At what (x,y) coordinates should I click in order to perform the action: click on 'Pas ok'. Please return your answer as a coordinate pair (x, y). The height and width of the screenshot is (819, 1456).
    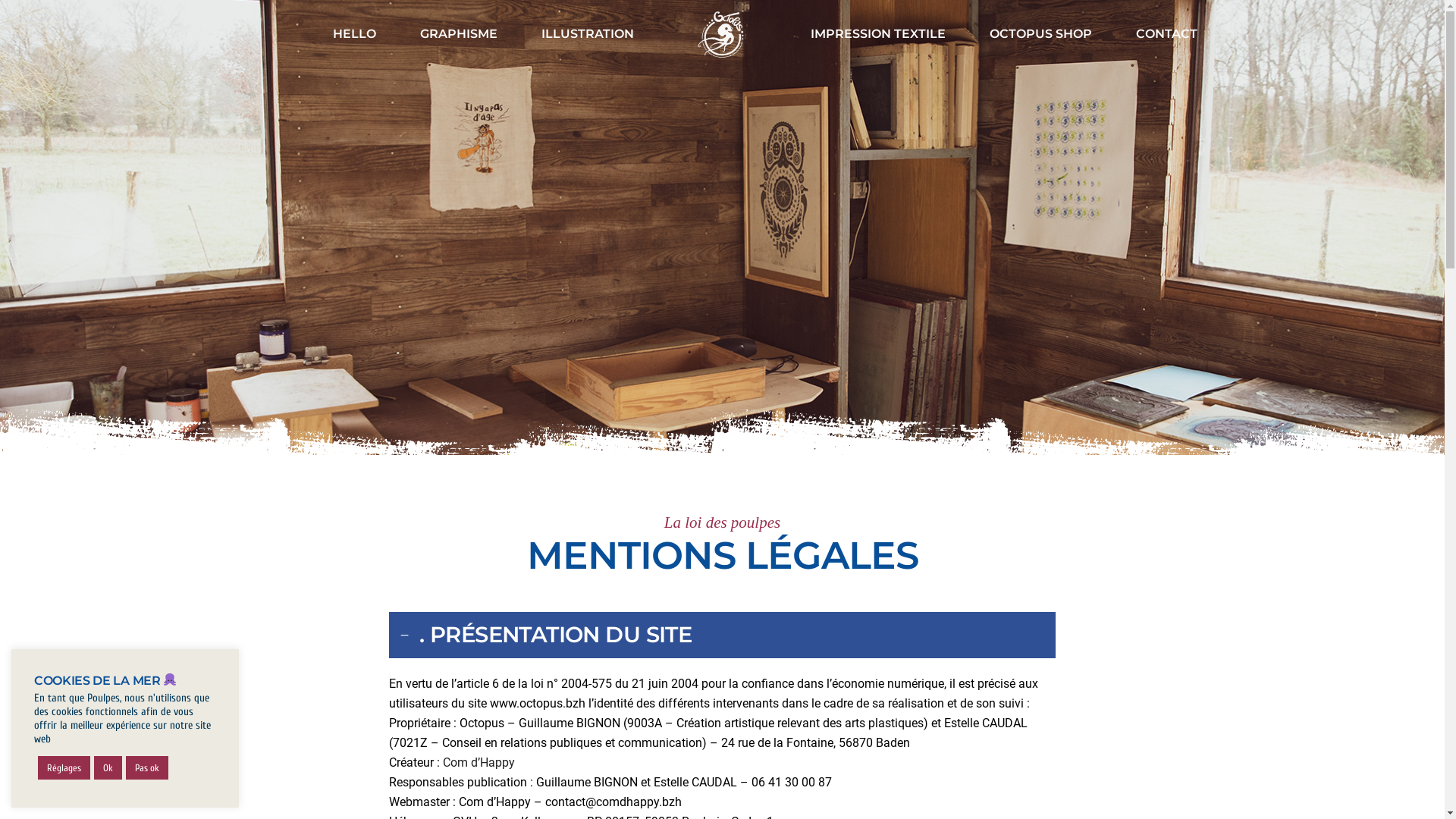
    Looking at the image, I should click on (146, 767).